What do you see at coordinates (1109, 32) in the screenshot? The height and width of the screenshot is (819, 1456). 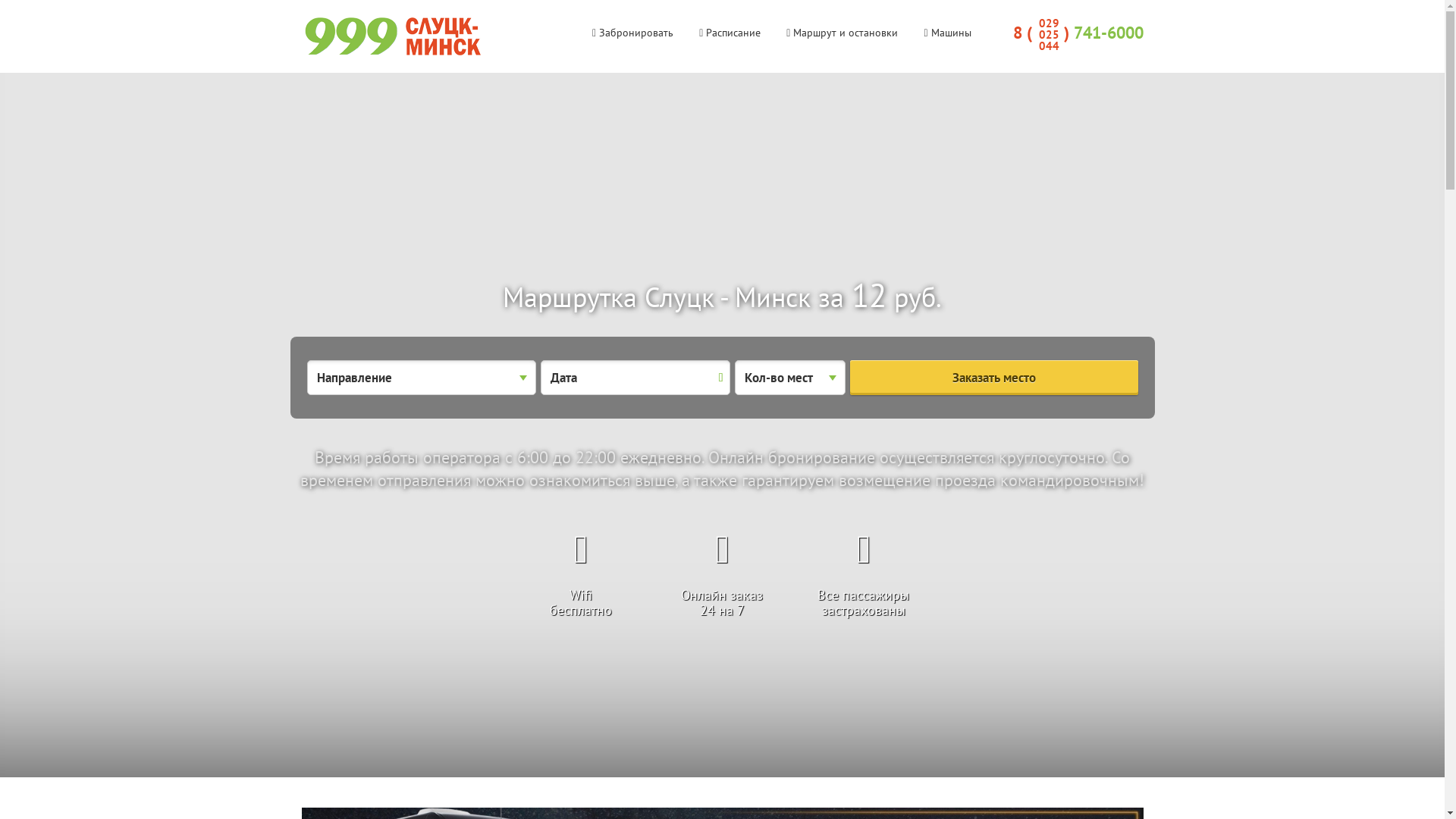 I see `'741-6000'` at bounding box center [1109, 32].